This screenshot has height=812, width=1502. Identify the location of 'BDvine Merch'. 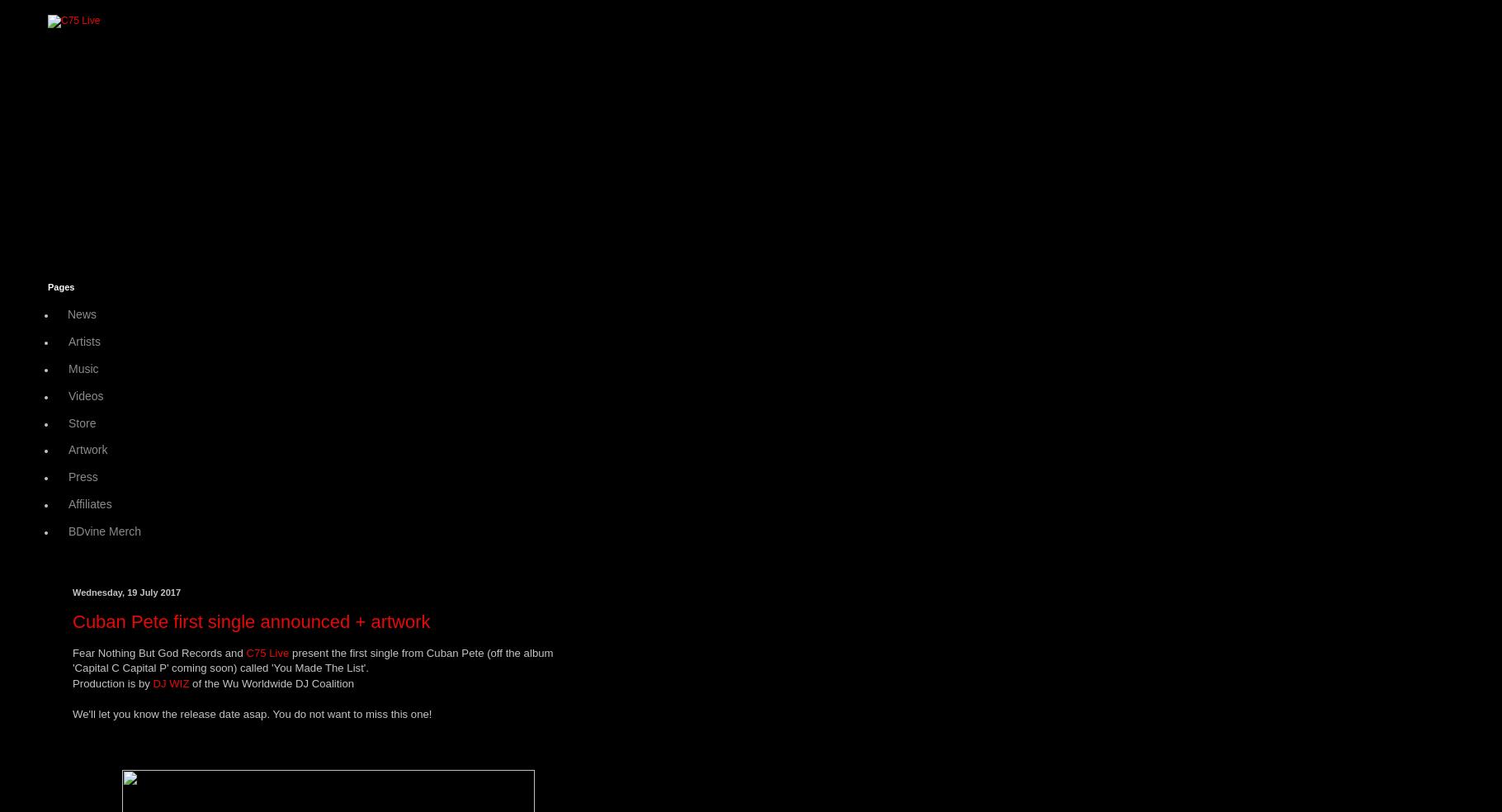
(104, 531).